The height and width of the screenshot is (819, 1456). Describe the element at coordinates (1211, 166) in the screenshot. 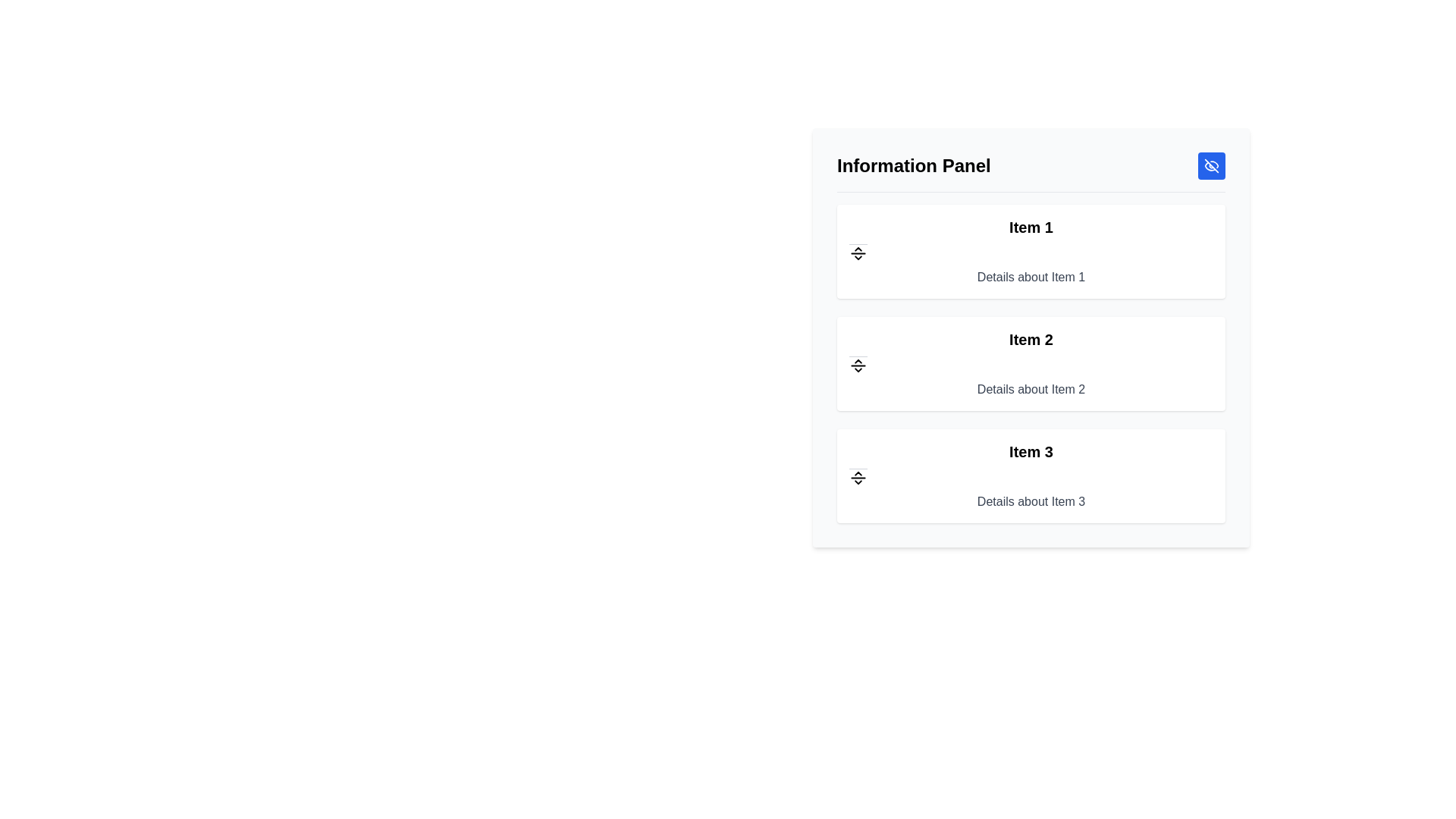

I see `the visibility toggle button with an eye icon and strikethrough located in the top-right corner of the 'Information Panel' section` at that location.